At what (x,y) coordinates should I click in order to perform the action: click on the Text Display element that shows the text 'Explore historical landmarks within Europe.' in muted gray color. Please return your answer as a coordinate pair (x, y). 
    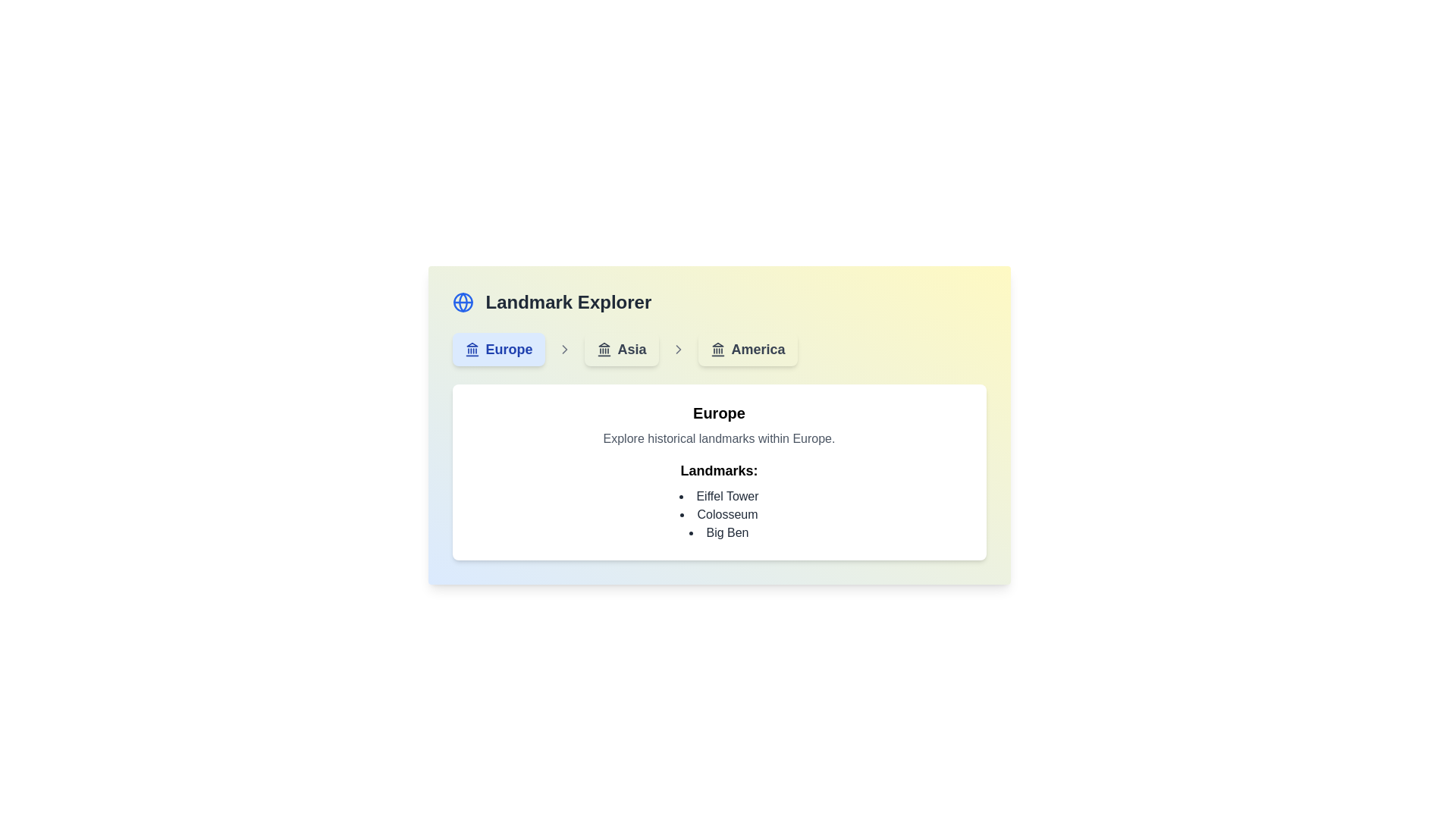
    Looking at the image, I should click on (718, 438).